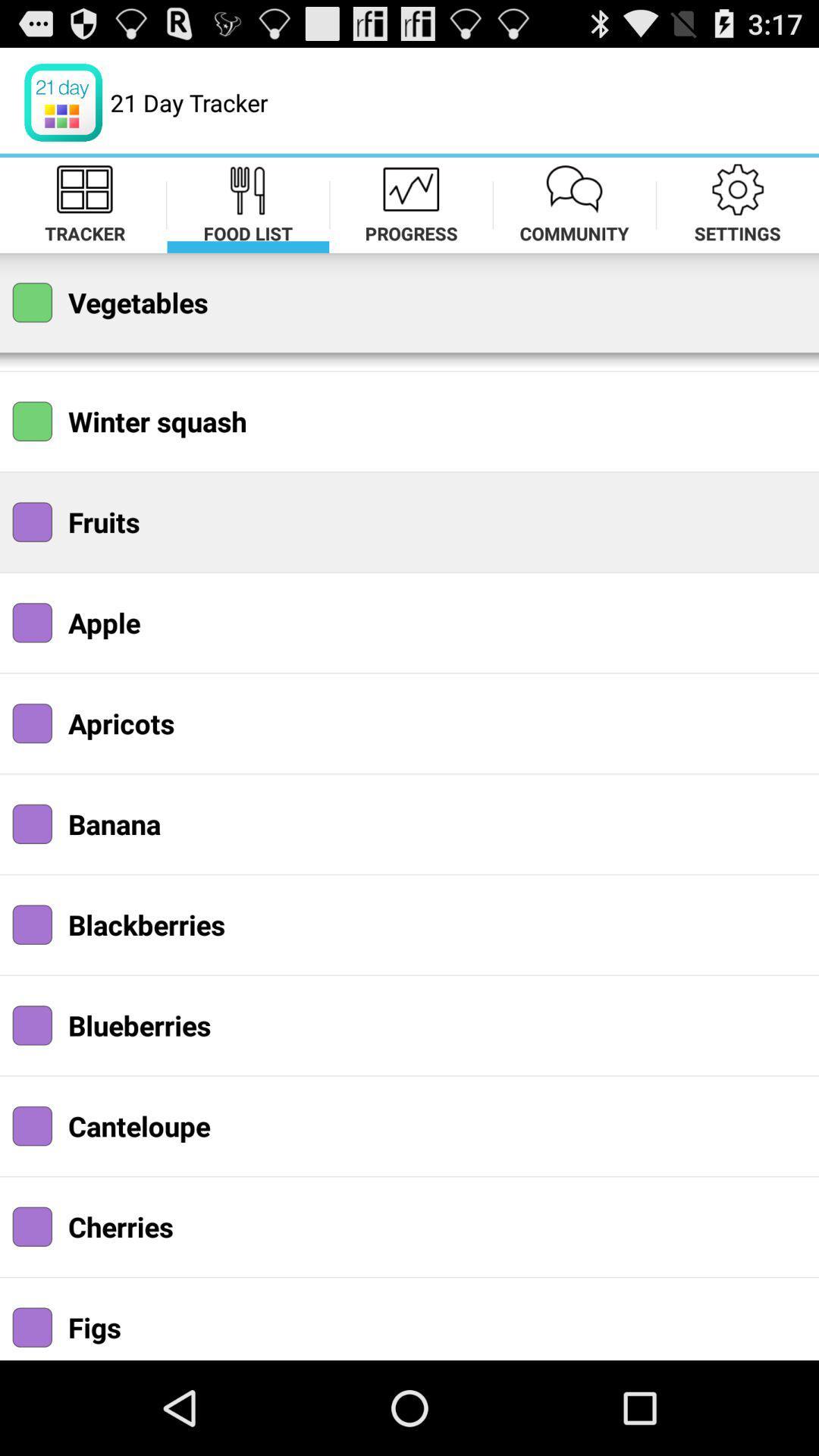 The image size is (819, 1456). What do you see at coordinates (32, 623) in the screenshot?
I see `the checkbox left to the apple` at bounding box center [32, 623].